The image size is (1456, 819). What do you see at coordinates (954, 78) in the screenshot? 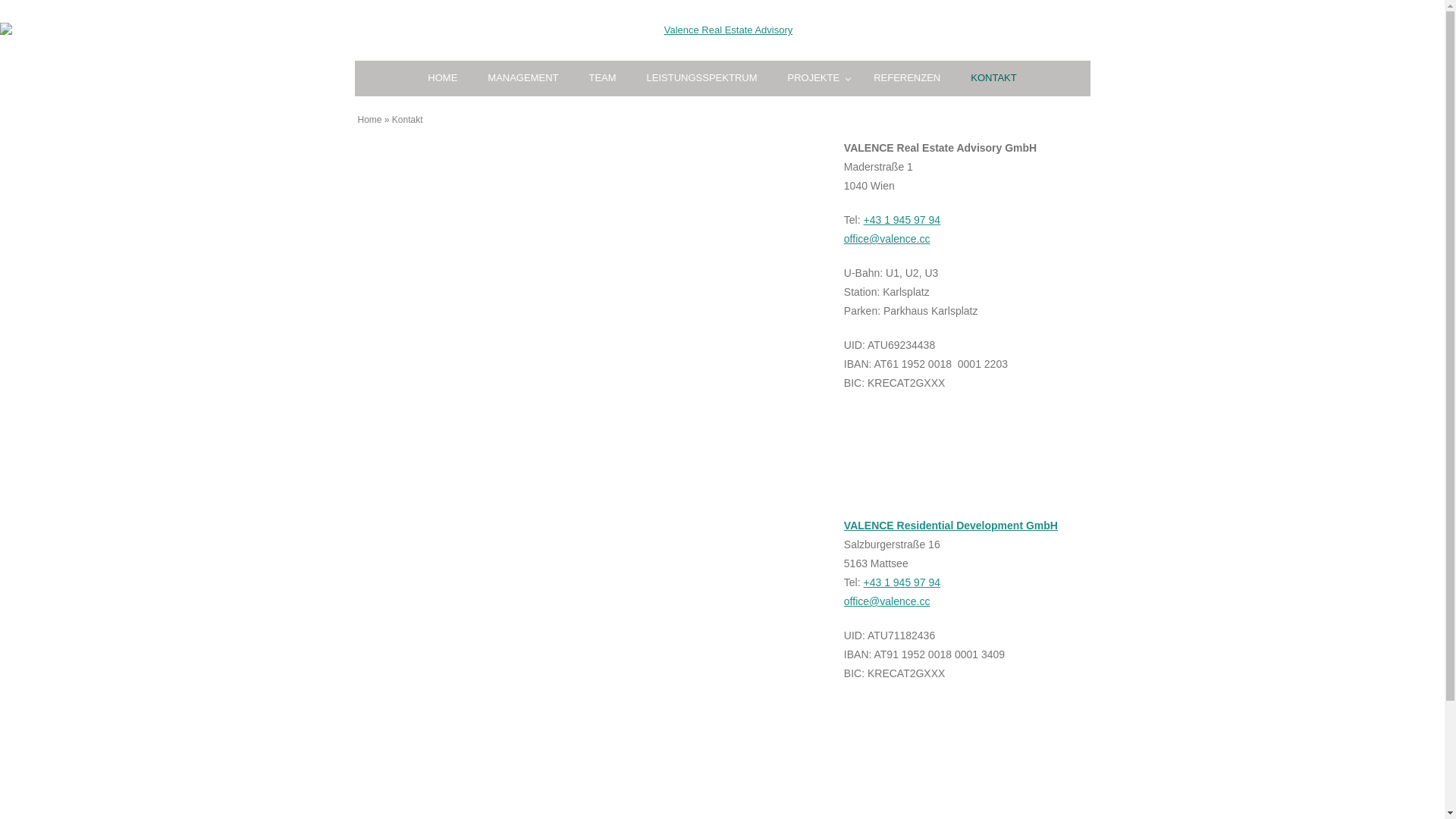
I see `'KONTAKT'` at bounding box center [954, 78].